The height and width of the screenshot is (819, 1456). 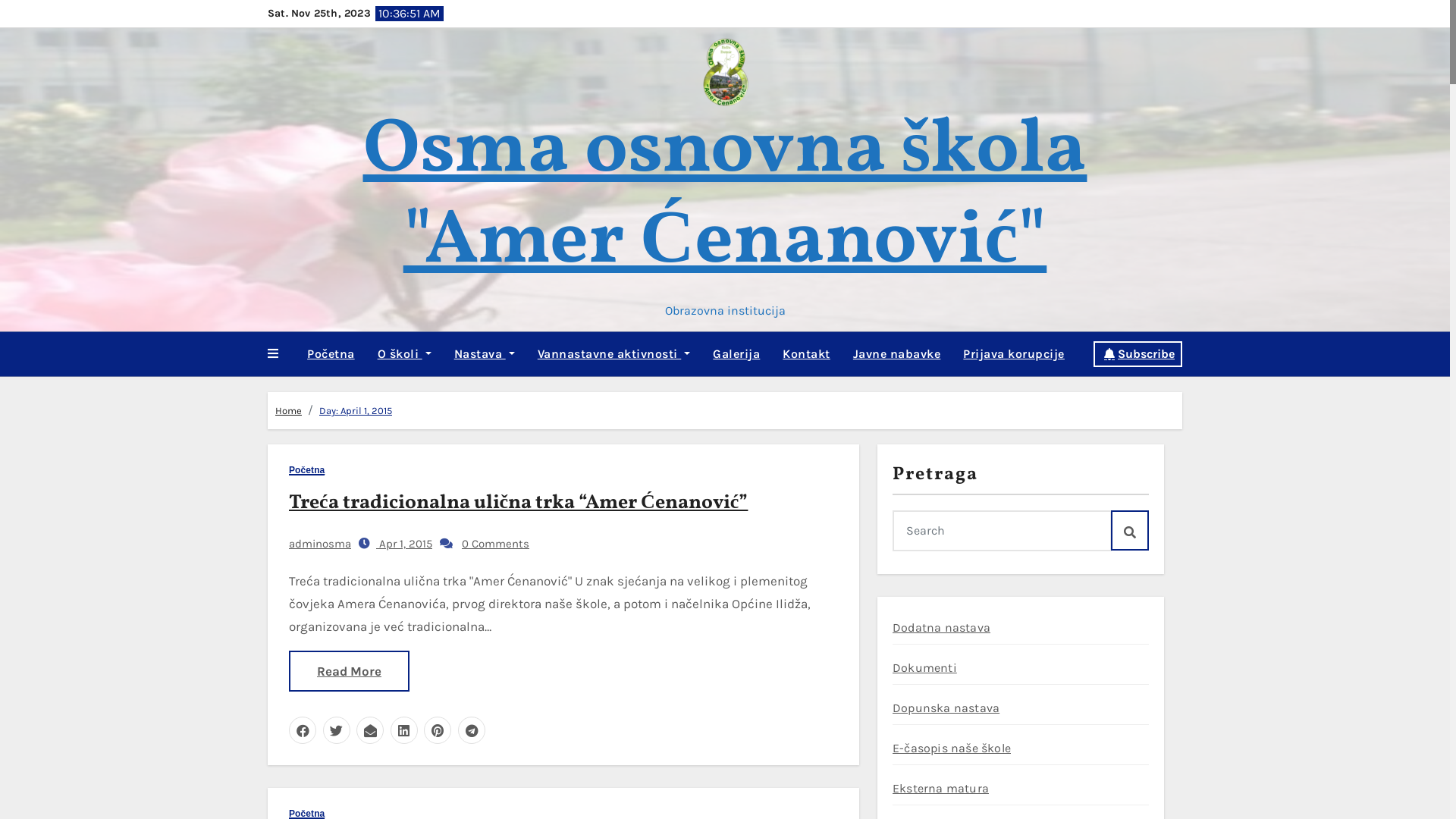 What do you see at coordinates (945, 708) in the screenshot?
I see `'Dopunska nastava'` at bounding box center [945, 708].